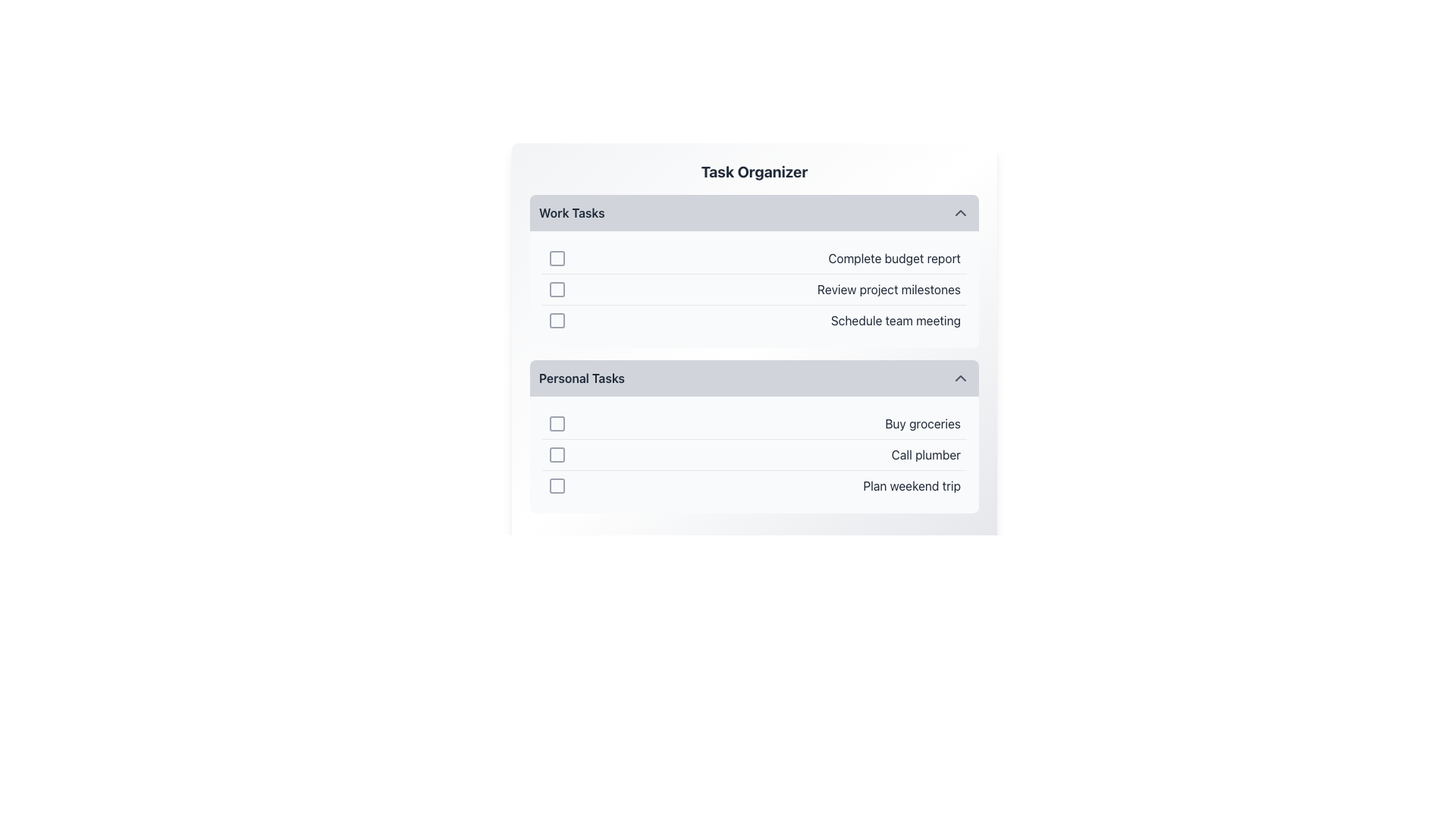  What do you see at coordinates (556, 424) in the screenshot?
I see `the unmarked checkbox located to the left of the text 'Buy groceries' in the 'Personal Tasks' section` at bounding box center [556, 424].